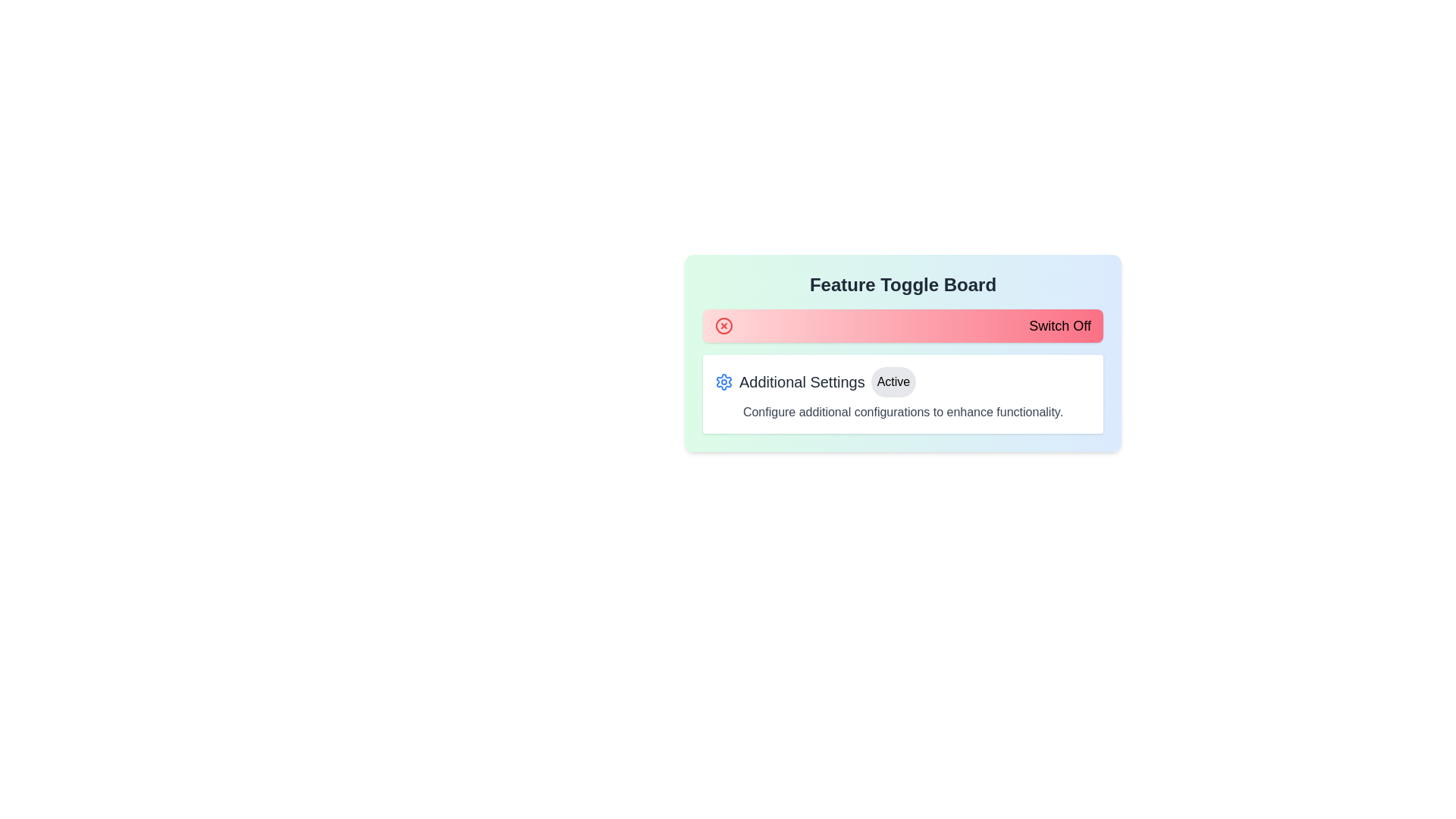  I want to click on the circular SVG graphic that serves as the 'close' icon located in the top-left corner of the red area in the 'Feature Toggle Board', so click(723, 325).